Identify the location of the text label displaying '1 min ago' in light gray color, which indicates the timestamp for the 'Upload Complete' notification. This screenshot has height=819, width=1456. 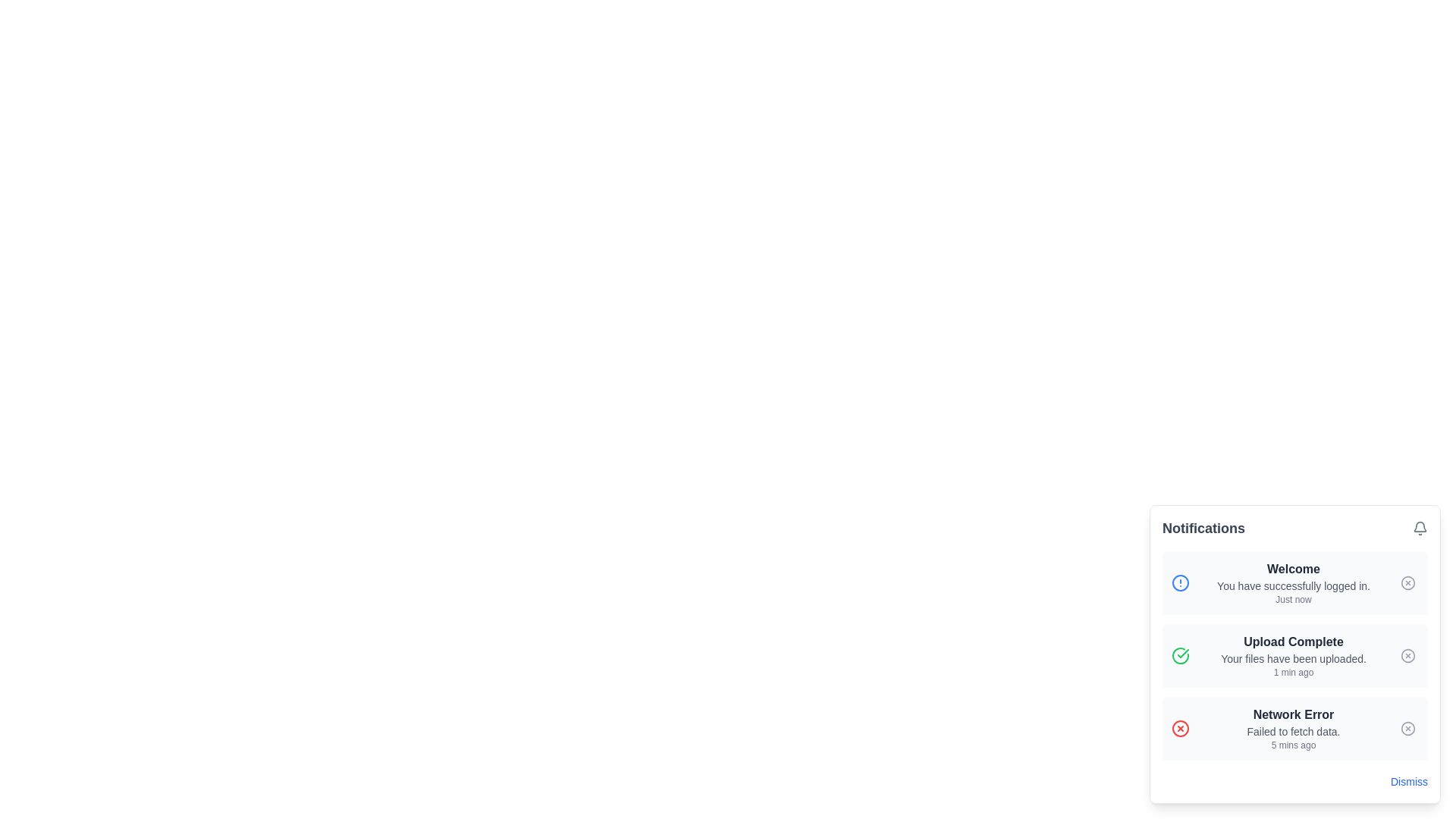
(1292, 672).